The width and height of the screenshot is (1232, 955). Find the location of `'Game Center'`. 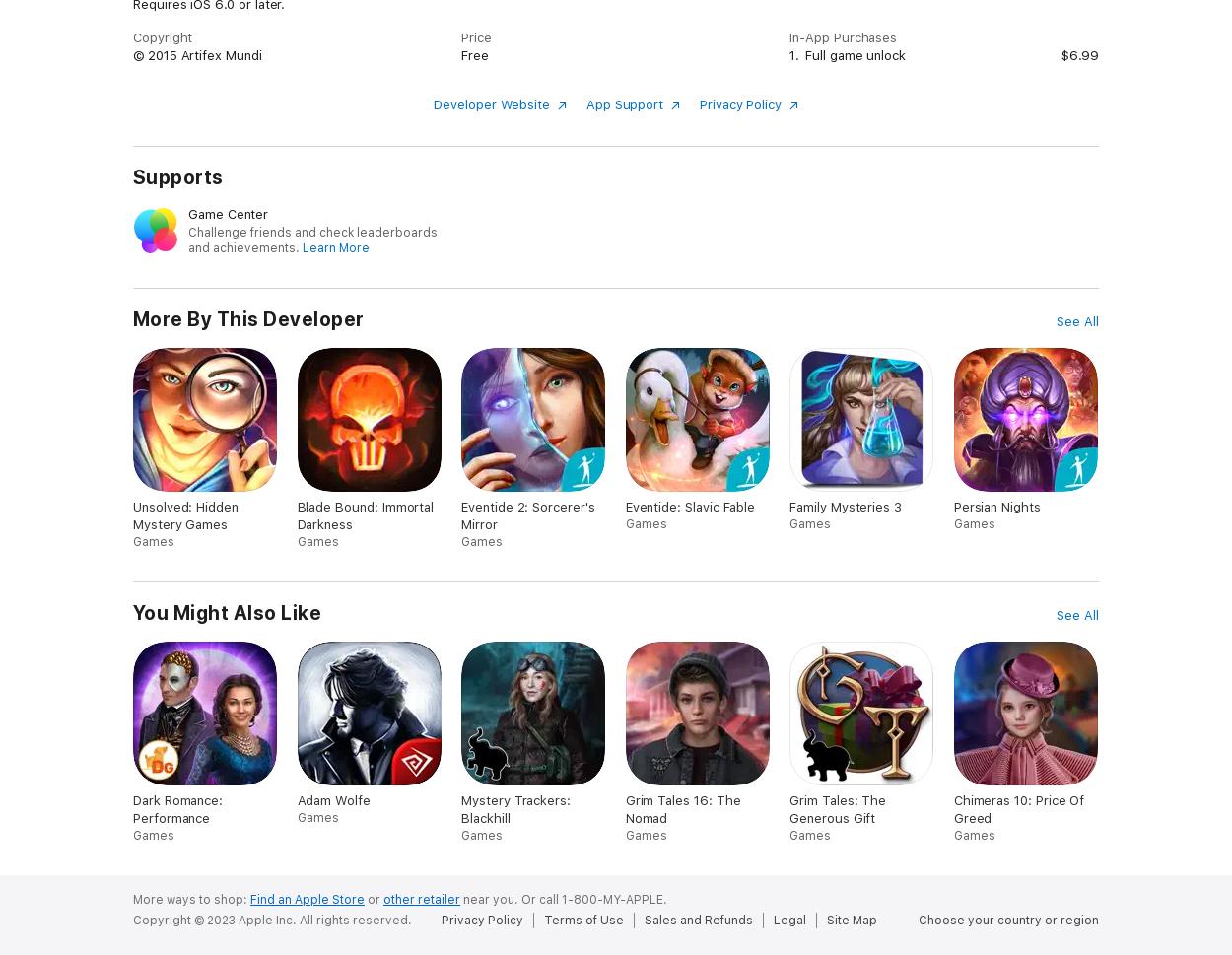

'Game Center' is located at coordinates (187, 213).